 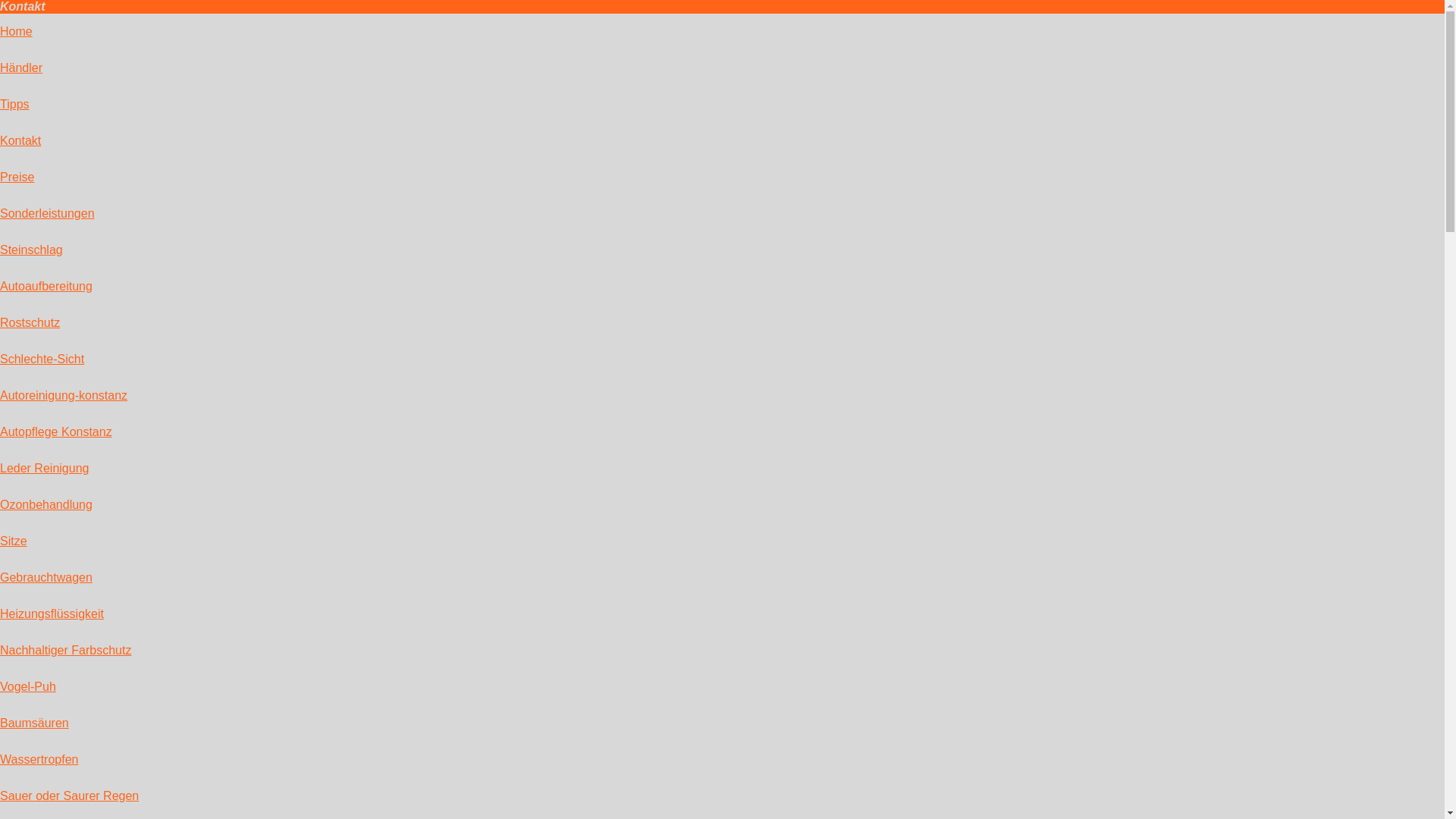 What do you see at coordinates (14, 103) in the screenshot?
I see `'Tipps'` at bounding box center [14, 103].